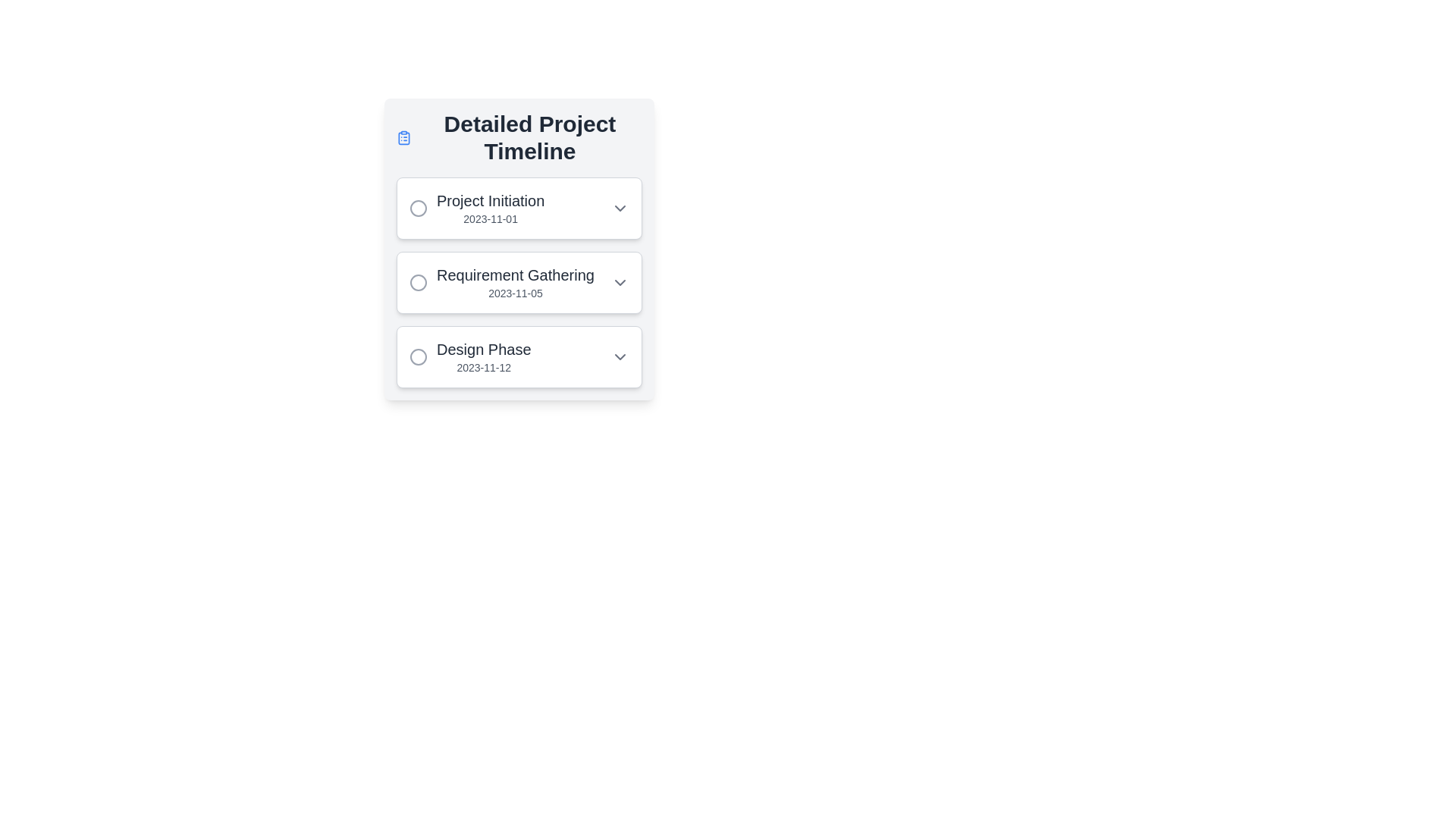 The image size is (1456, 819). Describe the element at coordinates (403, 137) in the screenshot. I see `the blue clipboard icon located to the left of the text 'Detailed Project Timeline', which has a rectangular body and clear outline` at that location.